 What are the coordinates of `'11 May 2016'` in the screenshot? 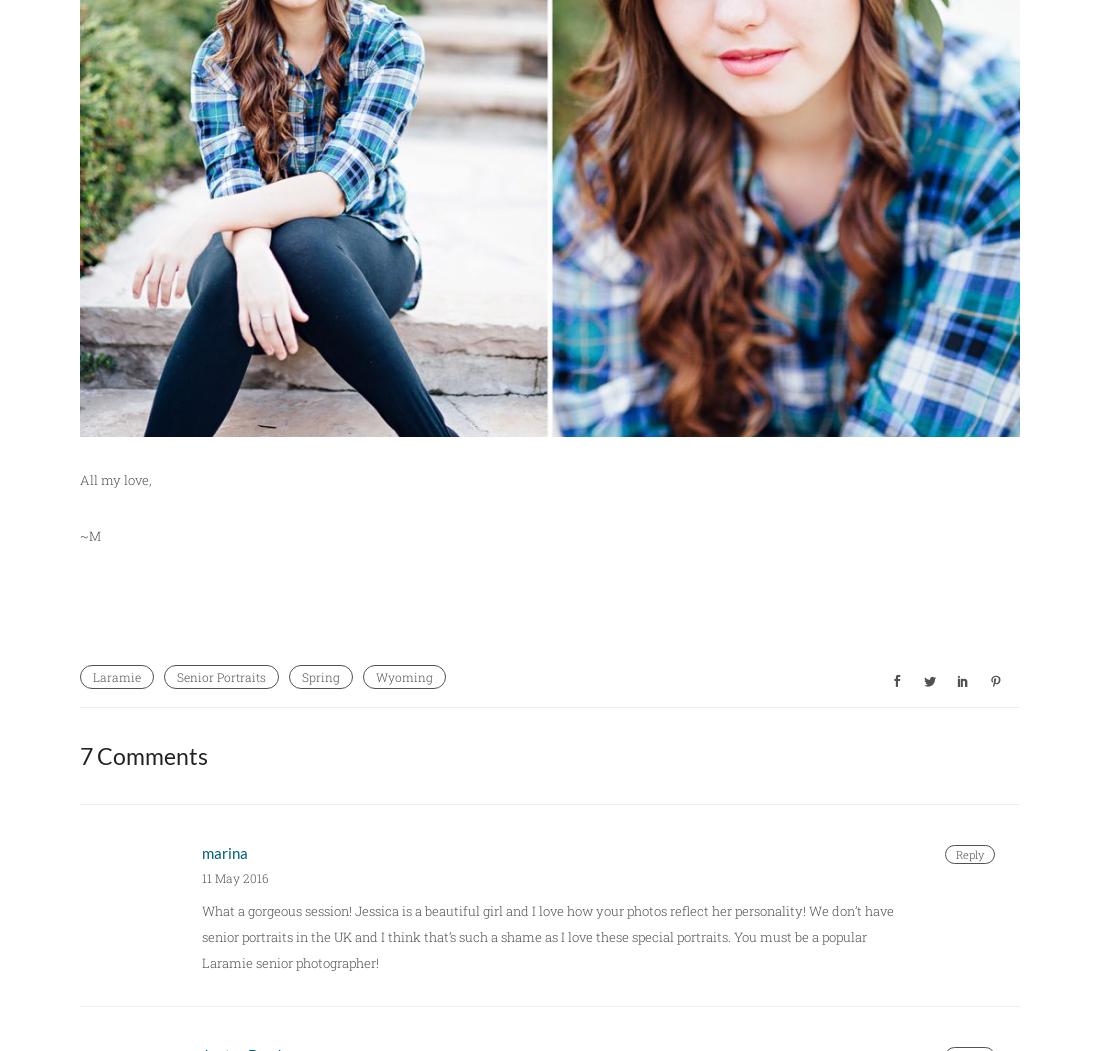 It's located at (200, 875).